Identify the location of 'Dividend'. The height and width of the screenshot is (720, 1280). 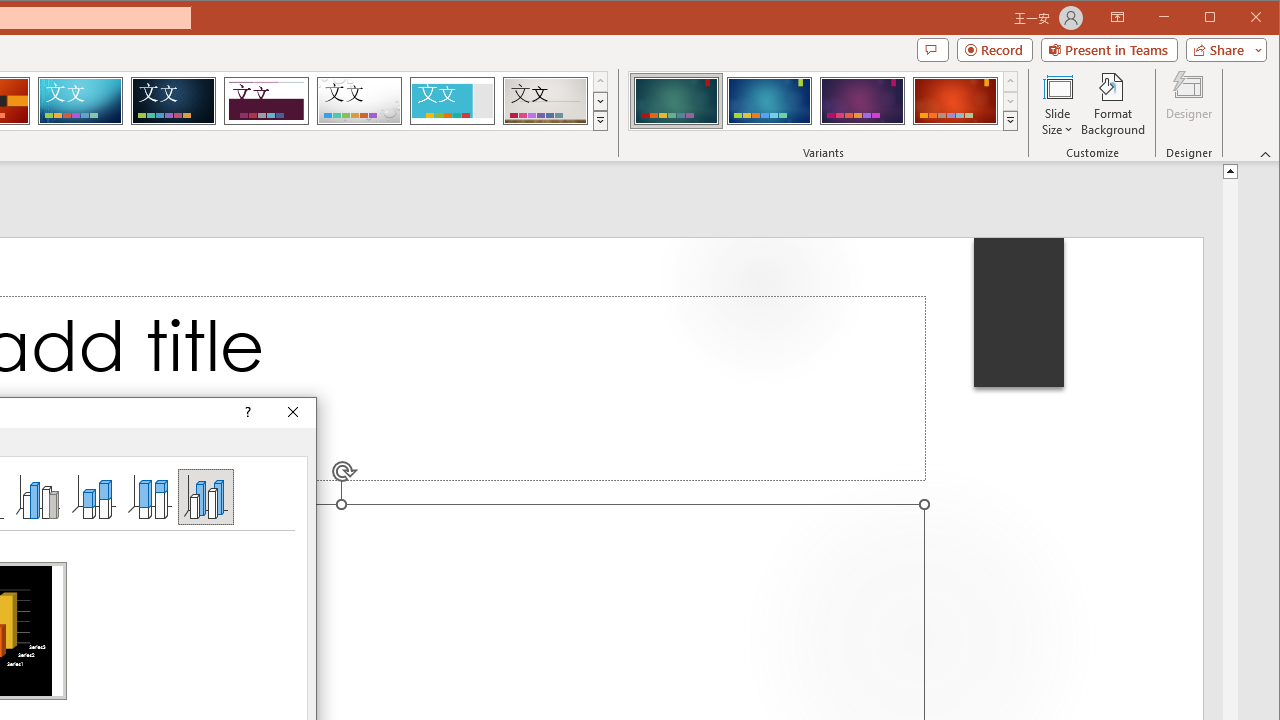
(265, 100).